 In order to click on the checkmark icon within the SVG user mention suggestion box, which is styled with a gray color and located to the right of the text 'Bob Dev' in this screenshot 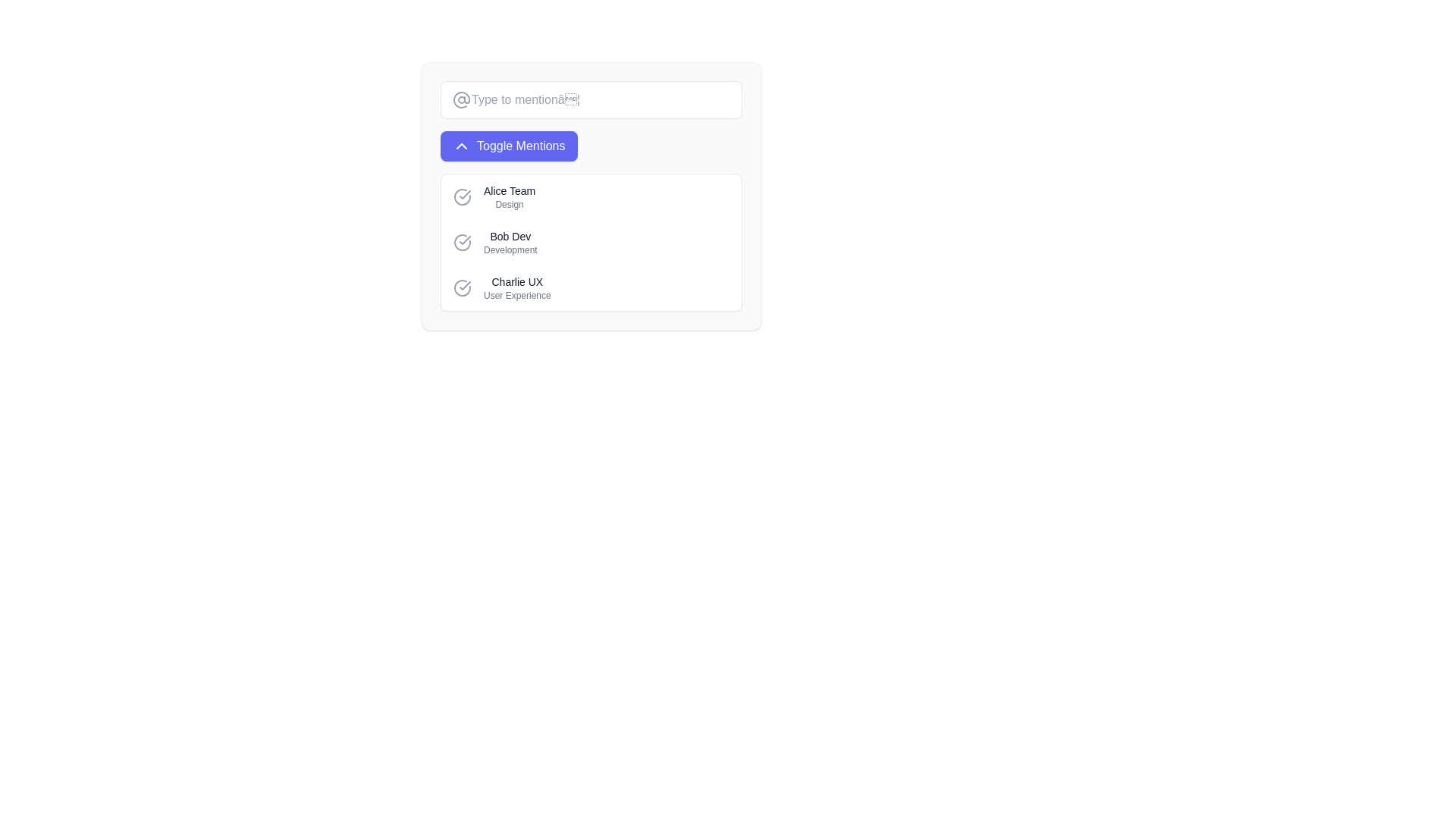, I will do `click(464, 194)`.